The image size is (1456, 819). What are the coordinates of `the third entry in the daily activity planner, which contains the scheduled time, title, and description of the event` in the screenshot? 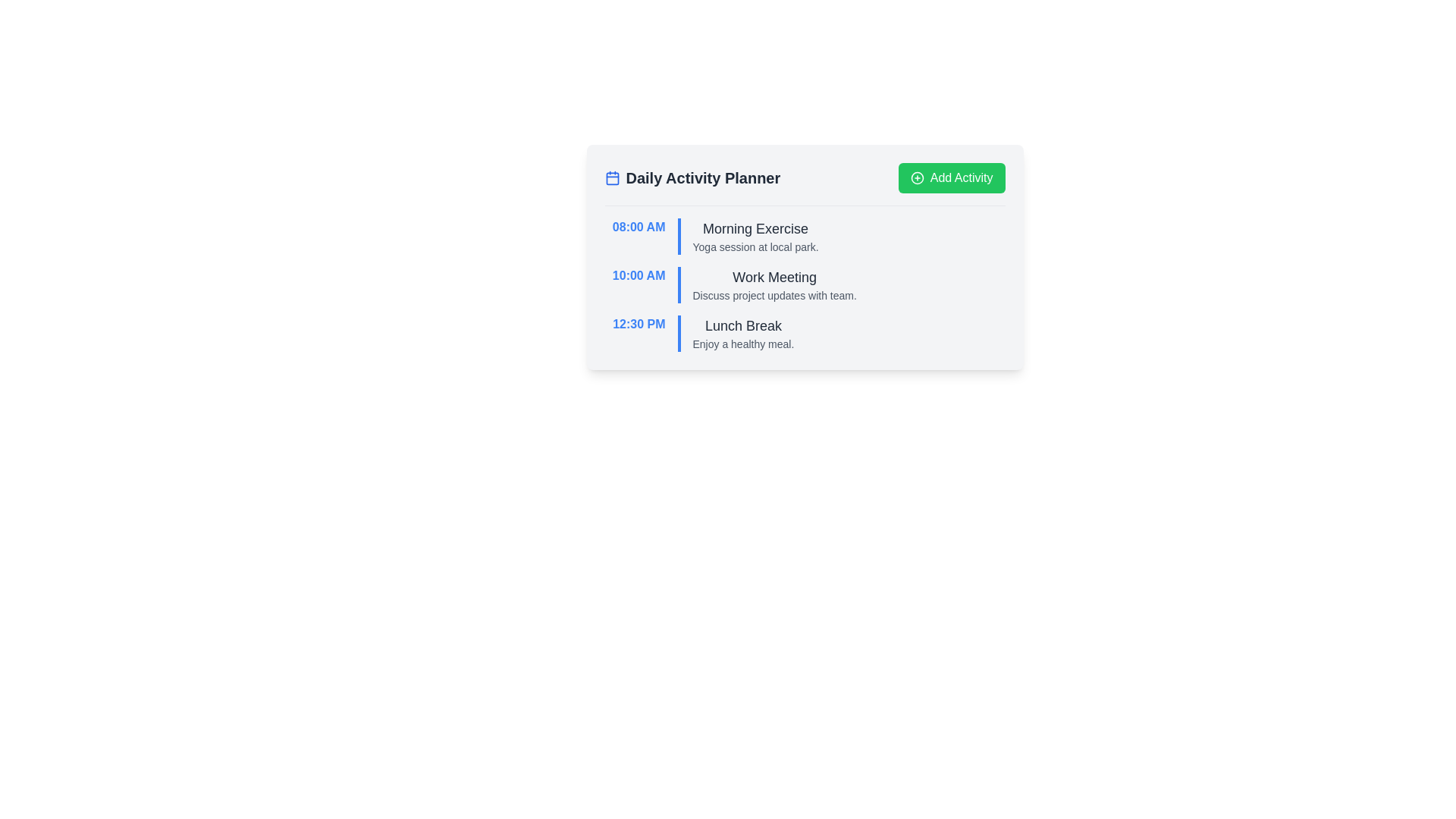 It's located at (804, 332).